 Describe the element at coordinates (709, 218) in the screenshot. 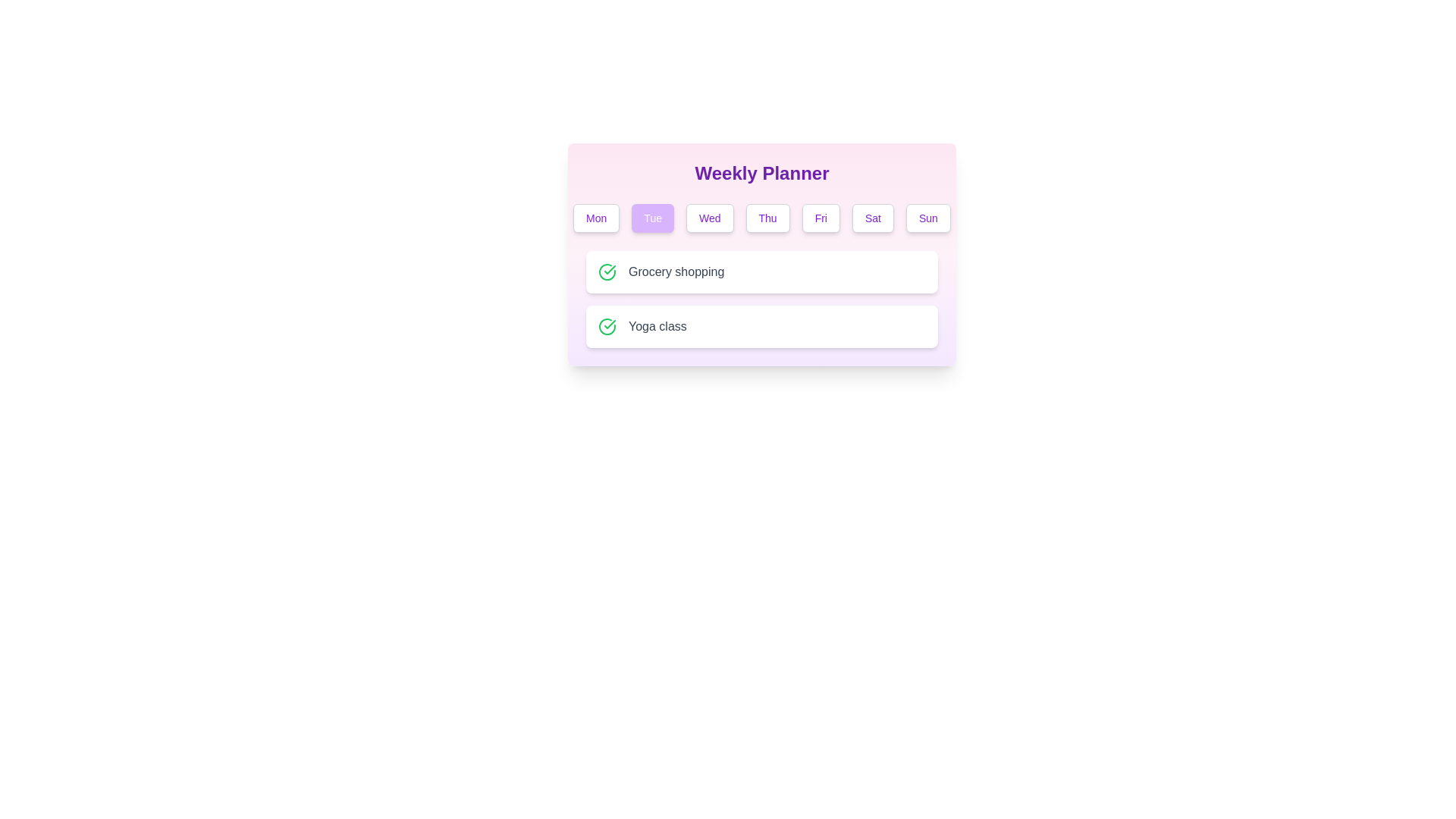

I see `the element Wed to observe visual feedback` at that location.